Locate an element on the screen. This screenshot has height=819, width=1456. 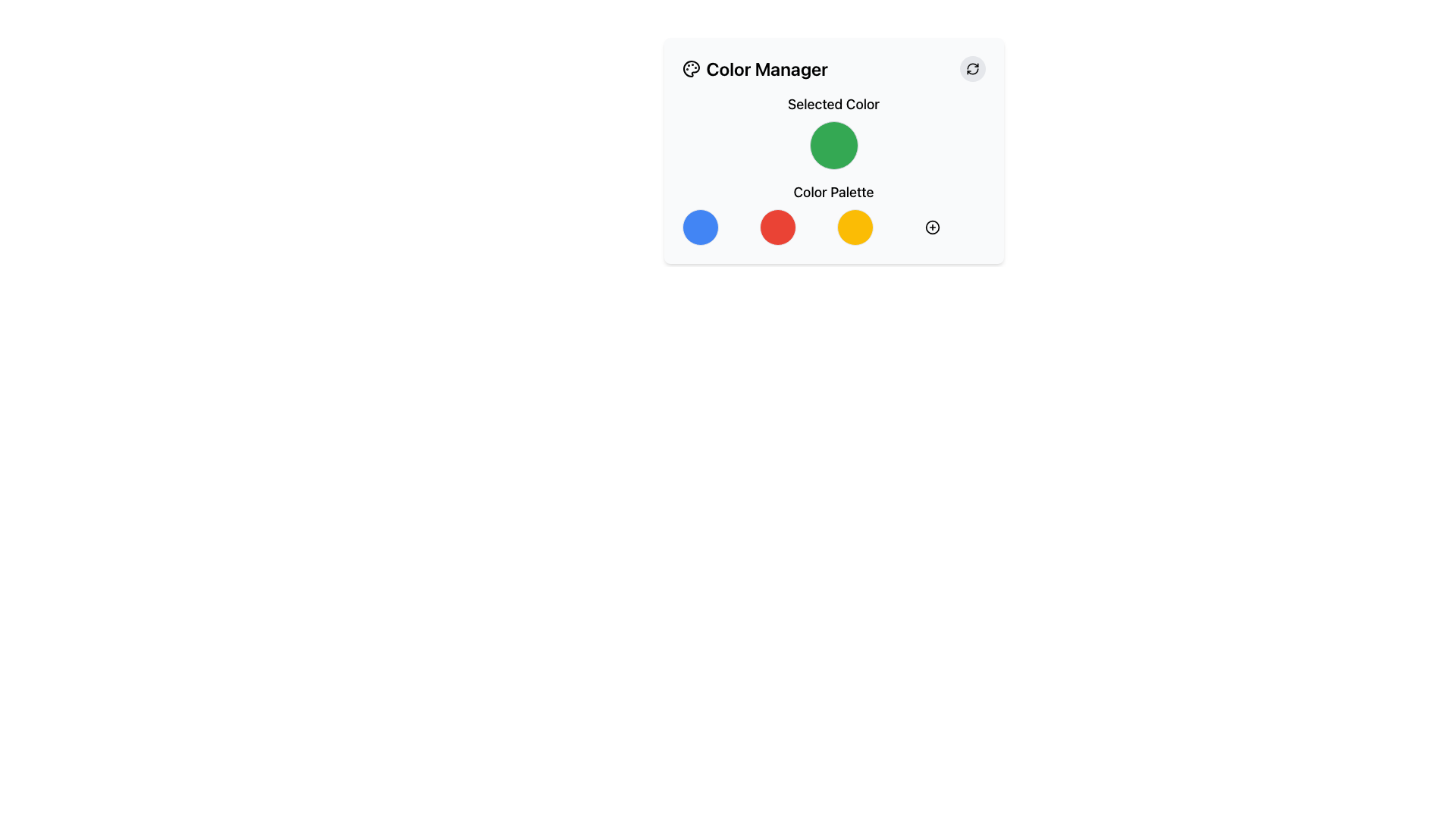
the circular icon with a dashed gray border containing a plus sign is located at coordinates (931, 227).